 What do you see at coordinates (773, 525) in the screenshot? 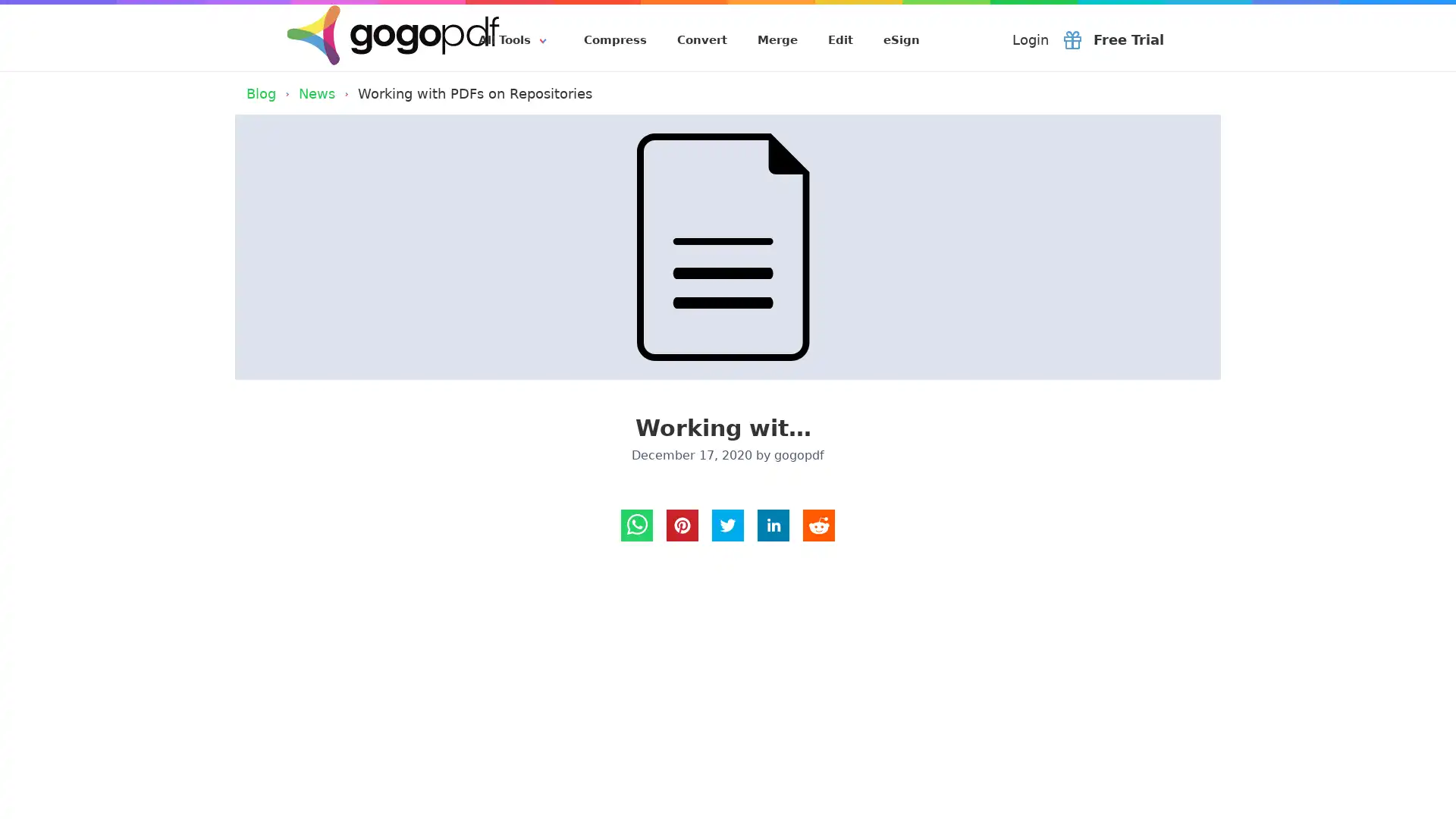
I see `linkedin` at bounding box center [773, 525].